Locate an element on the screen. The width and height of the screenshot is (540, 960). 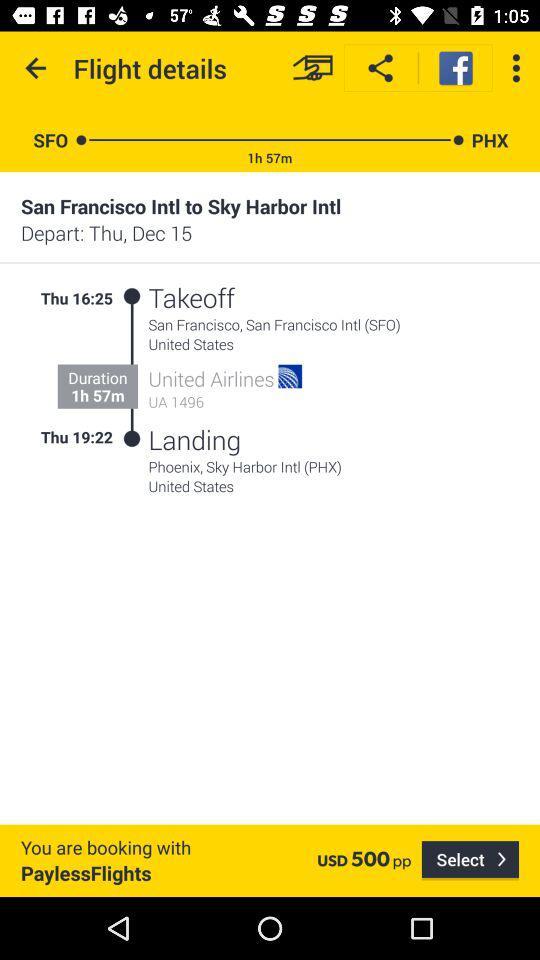
the item below the united airlines item is located at coordinates (226, 401).